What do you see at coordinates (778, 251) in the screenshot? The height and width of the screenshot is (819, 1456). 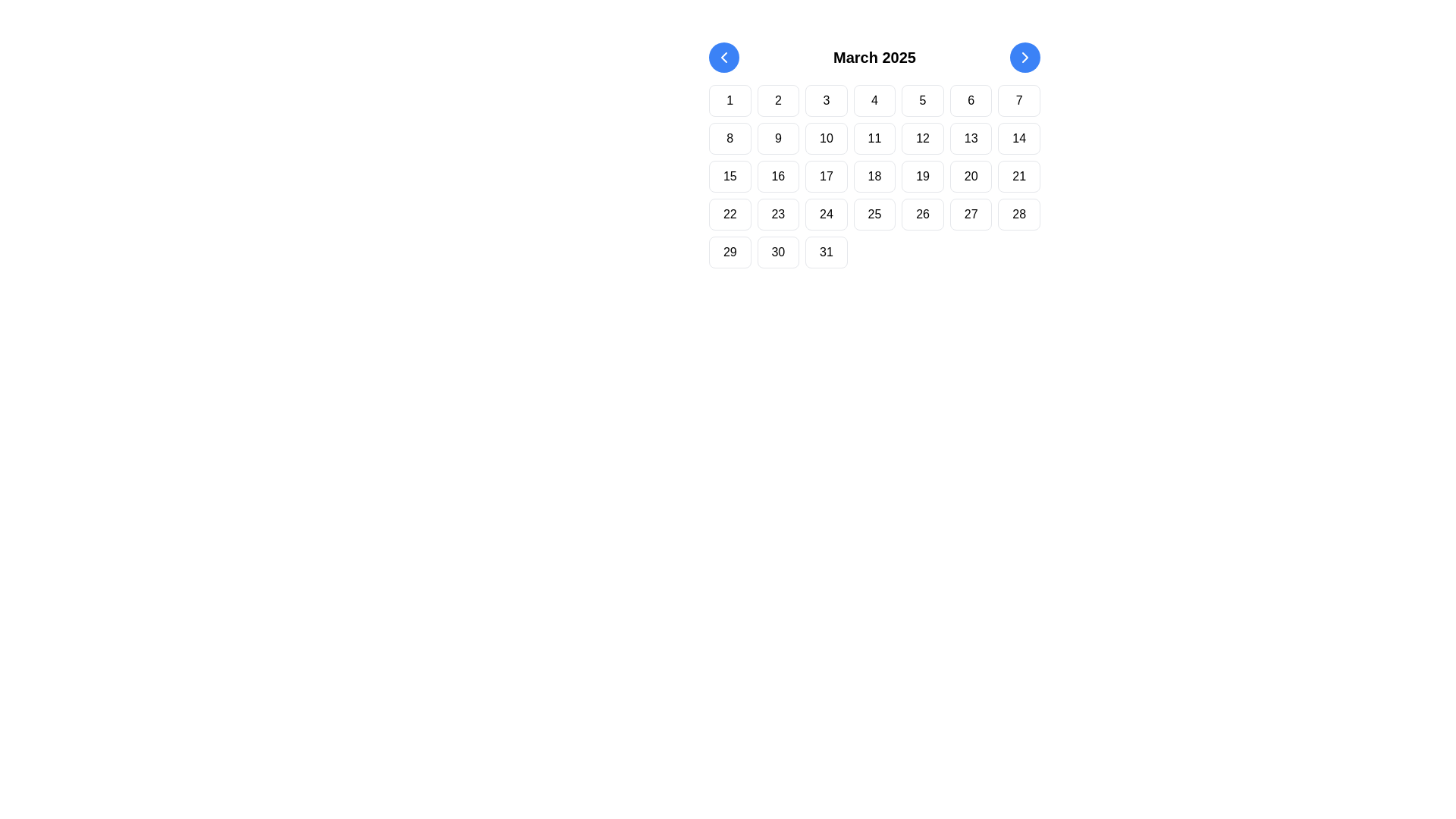 I see `the date selection button for the date '30' in the calendar grid, which is the sixth item in the fifth row, located between '29' and '31'` at bounding box center [778, 251].